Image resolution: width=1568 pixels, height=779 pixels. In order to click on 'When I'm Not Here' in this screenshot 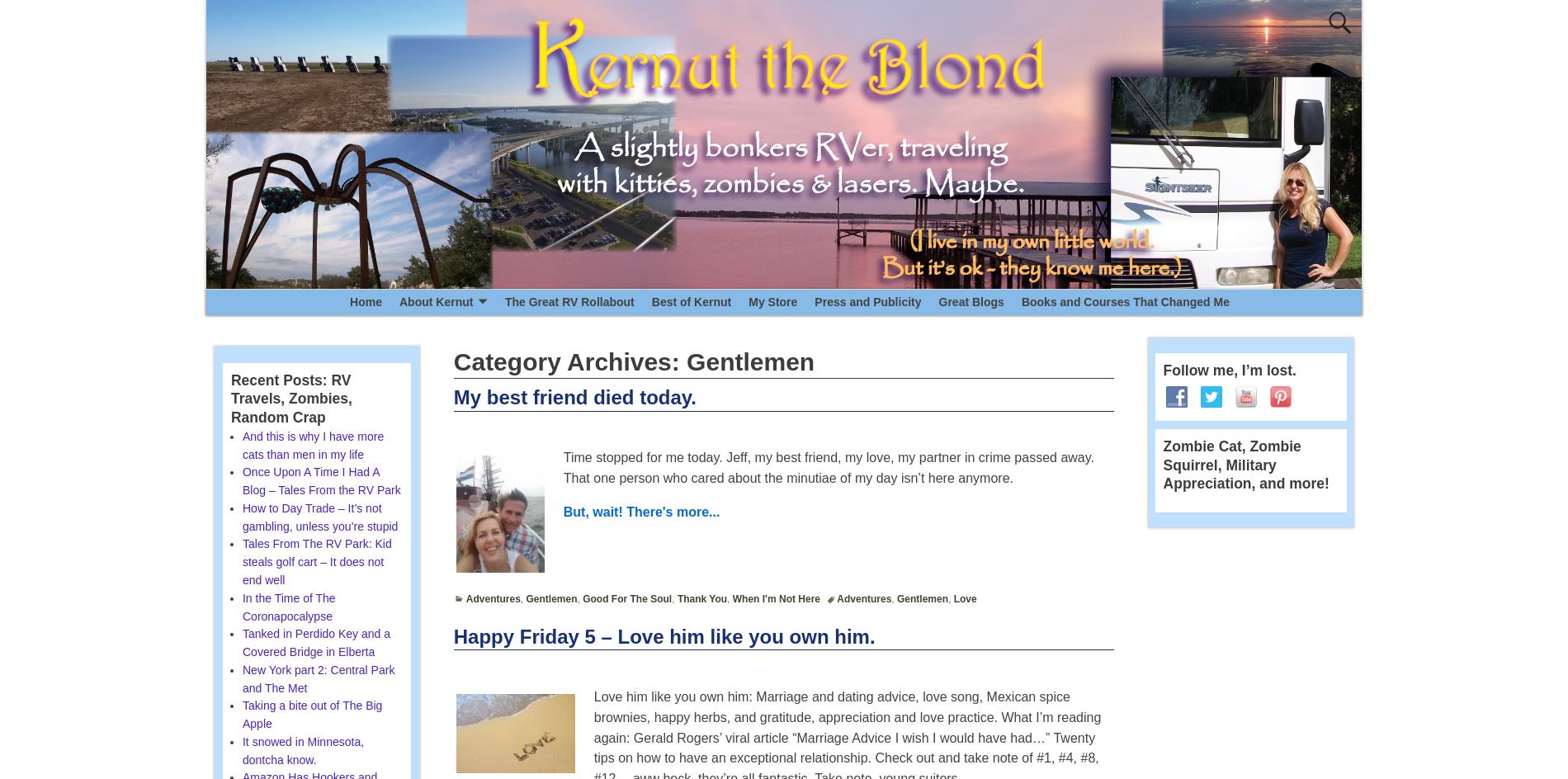, I will do `click(730, 597)`.